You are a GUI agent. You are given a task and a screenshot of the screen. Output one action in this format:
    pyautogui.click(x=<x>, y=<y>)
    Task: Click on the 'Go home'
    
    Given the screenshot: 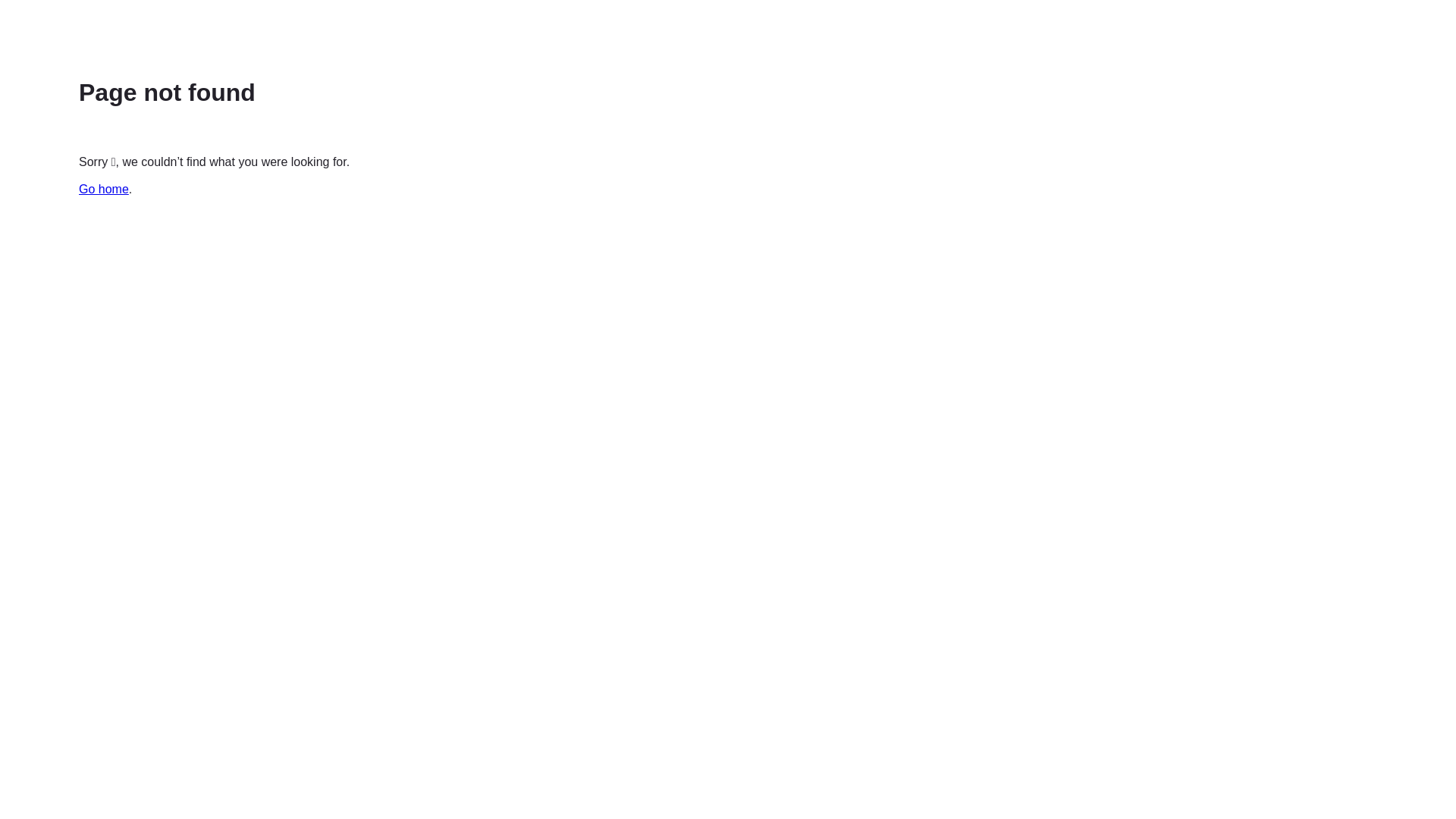 What is the action you would take?
    pyautogui.click(x=103, y=188)
    